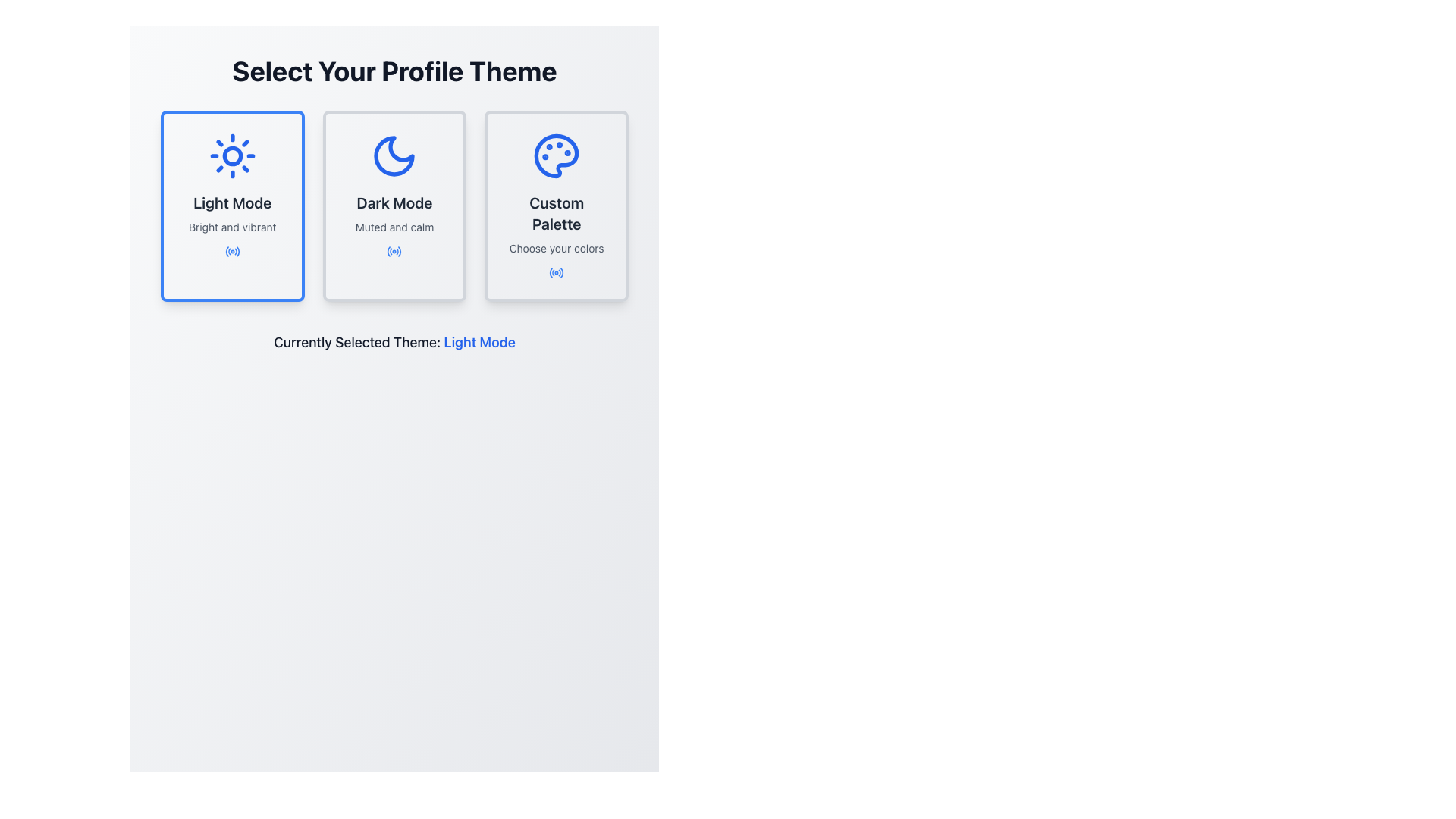 The image size is (1456, 819). What do you see at coordinates (231, 155) in the screenshot?
I see `the sun icon representing 'Light Mode', located at the top center of the 'Light Mode' card, which is the first card from the left` at bounding box center [231, 155].